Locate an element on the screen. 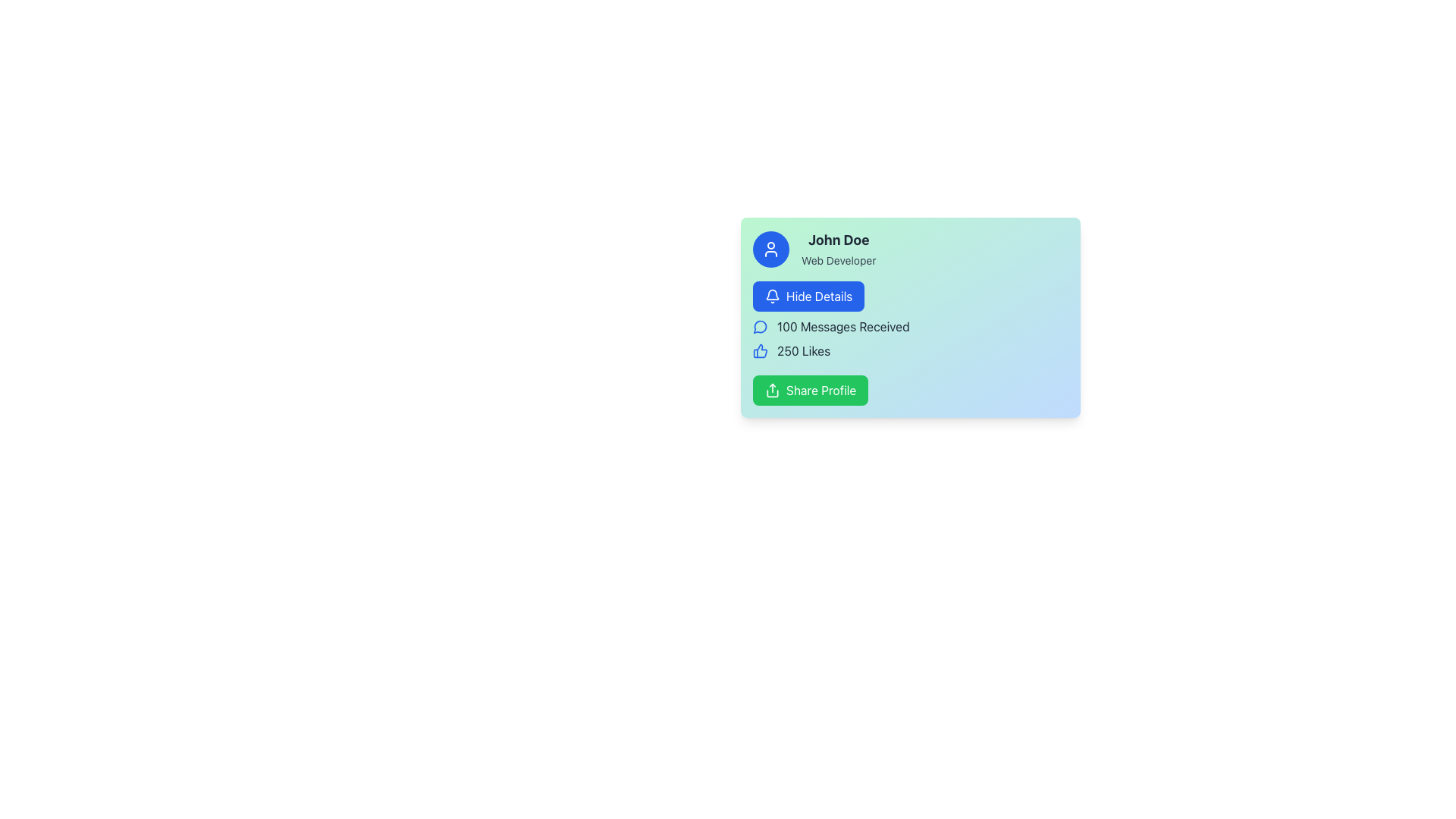 Image resolution: width=1456 pixels, height=819 pixels. the thumbs-up icon located below the vertical stem, adjacent to the text '250 Likes' is located at coordinates (761, 350).